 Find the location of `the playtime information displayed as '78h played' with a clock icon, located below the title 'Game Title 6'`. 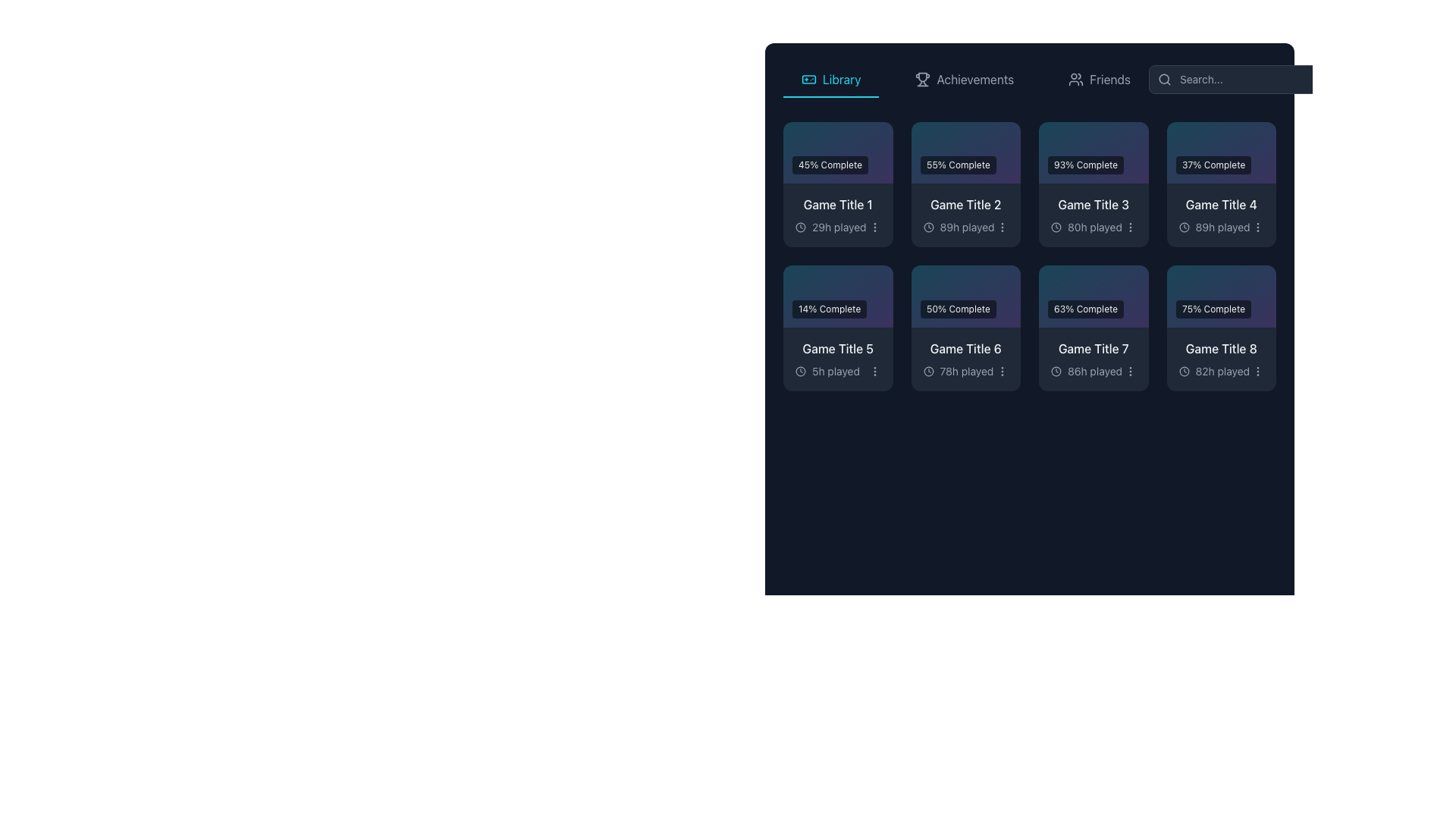

the playtime information displayed as '78h played' with a clock icon, located below the title 'Game Title 6' is located at coordinates (965, 371).